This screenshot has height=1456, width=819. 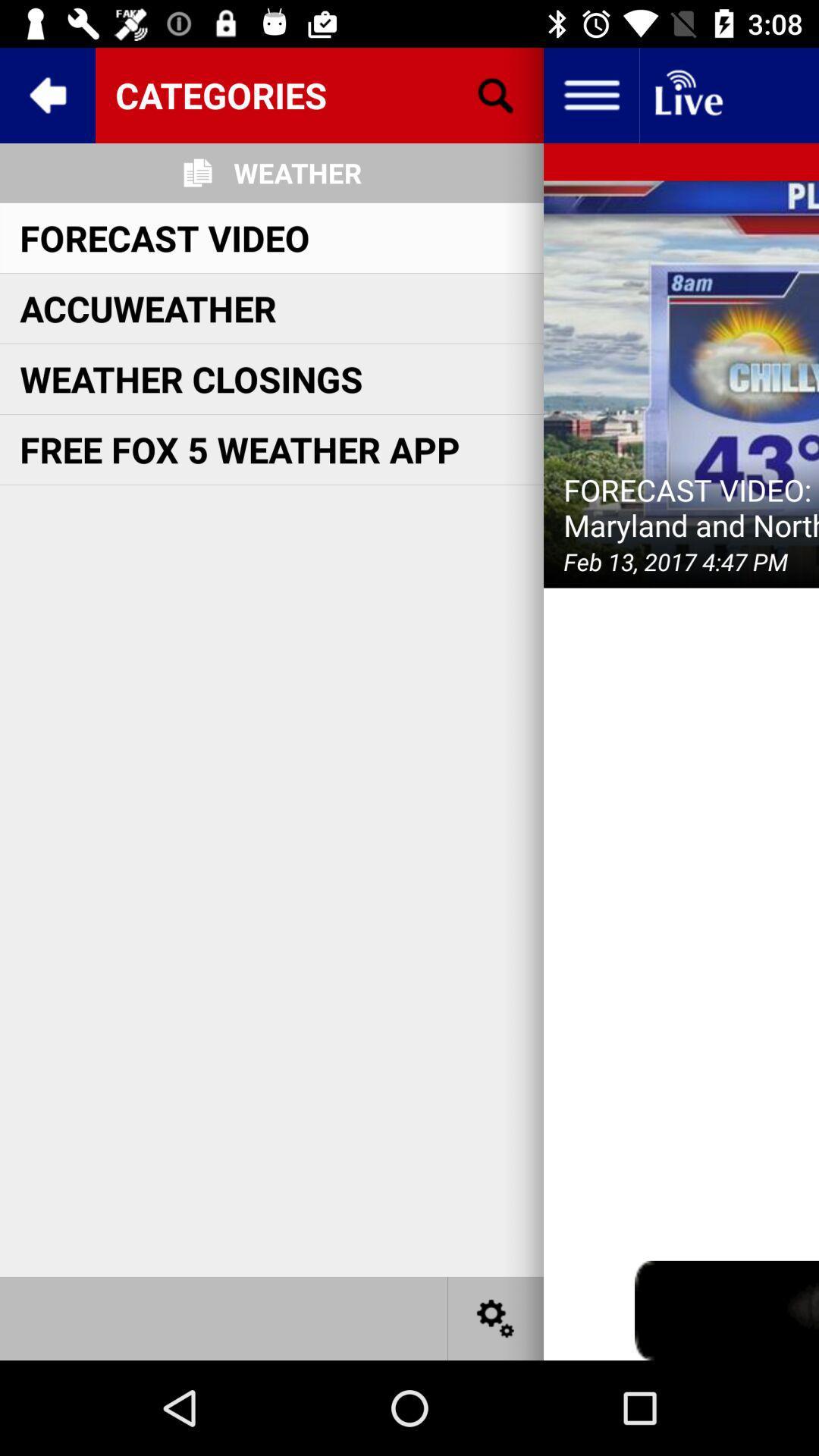 I want to click on icon above the weather, so click(x=318, y=94).